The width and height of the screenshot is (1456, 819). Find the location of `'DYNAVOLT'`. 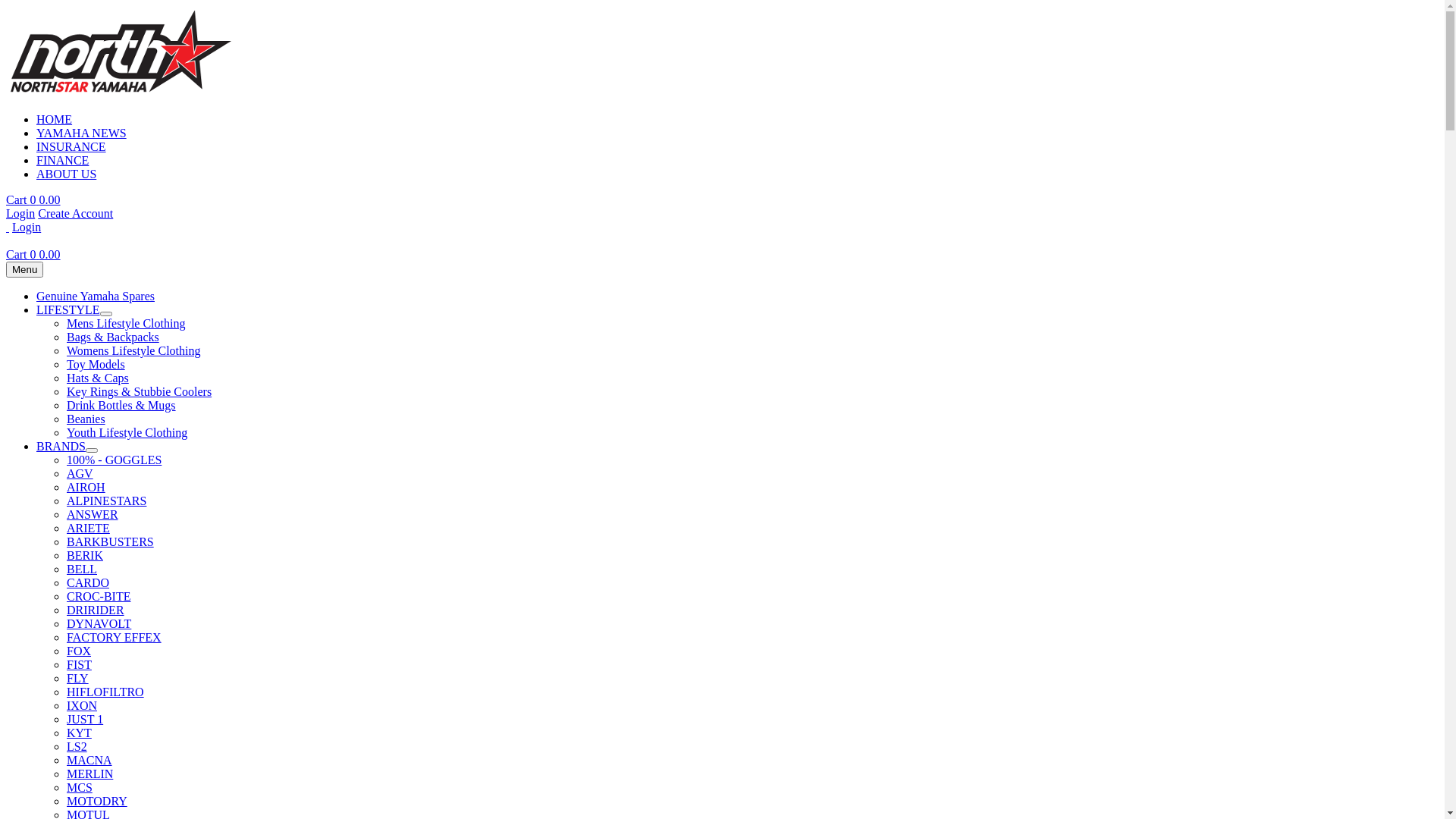

'DYNAVOLT' is located at coordinates (98, 623).